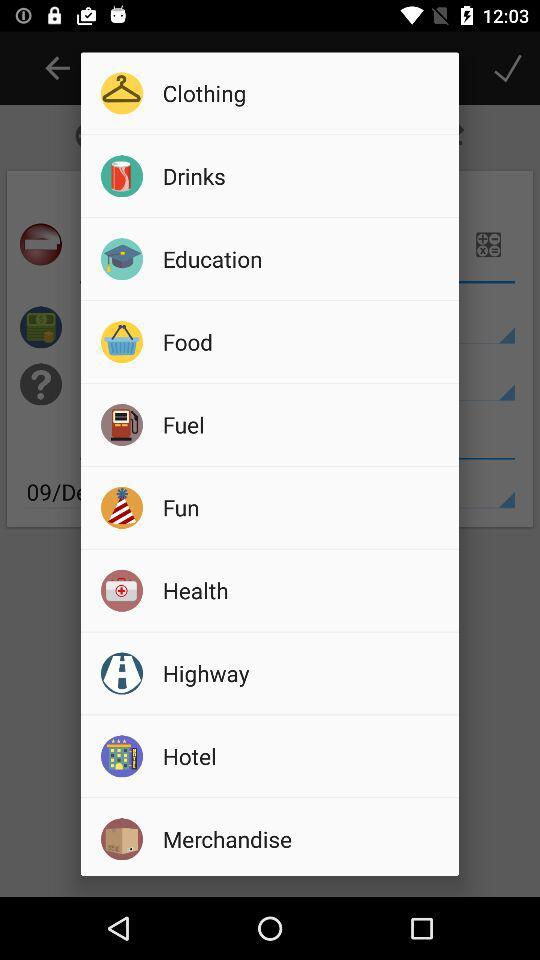 Image resolution: width=540 pixels, height=960 pixels. I want to click on the icon above the merchandise item, so click(303, 755).